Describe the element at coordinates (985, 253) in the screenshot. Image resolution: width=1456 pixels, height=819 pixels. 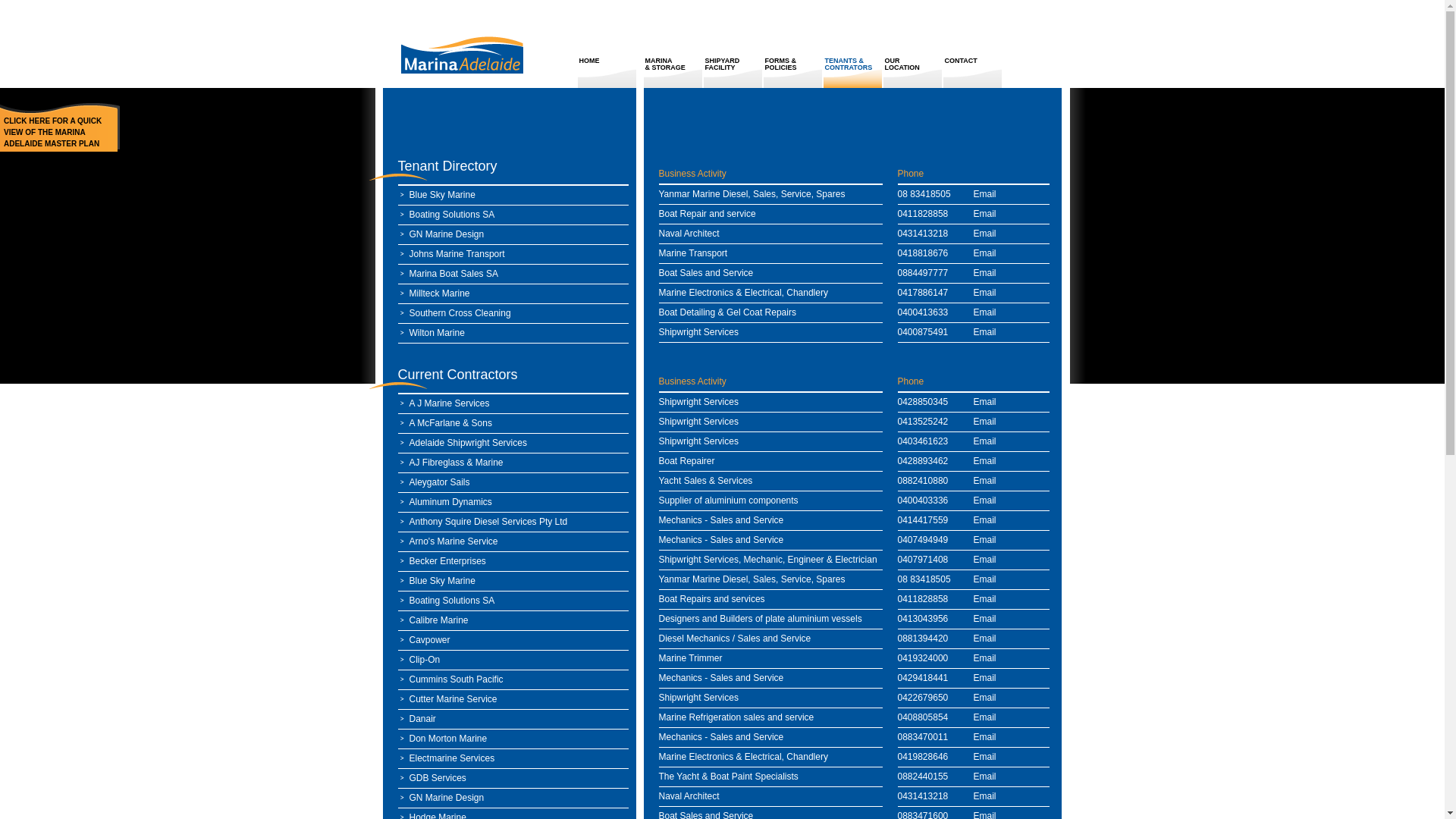
I see `'Email'` at that location.